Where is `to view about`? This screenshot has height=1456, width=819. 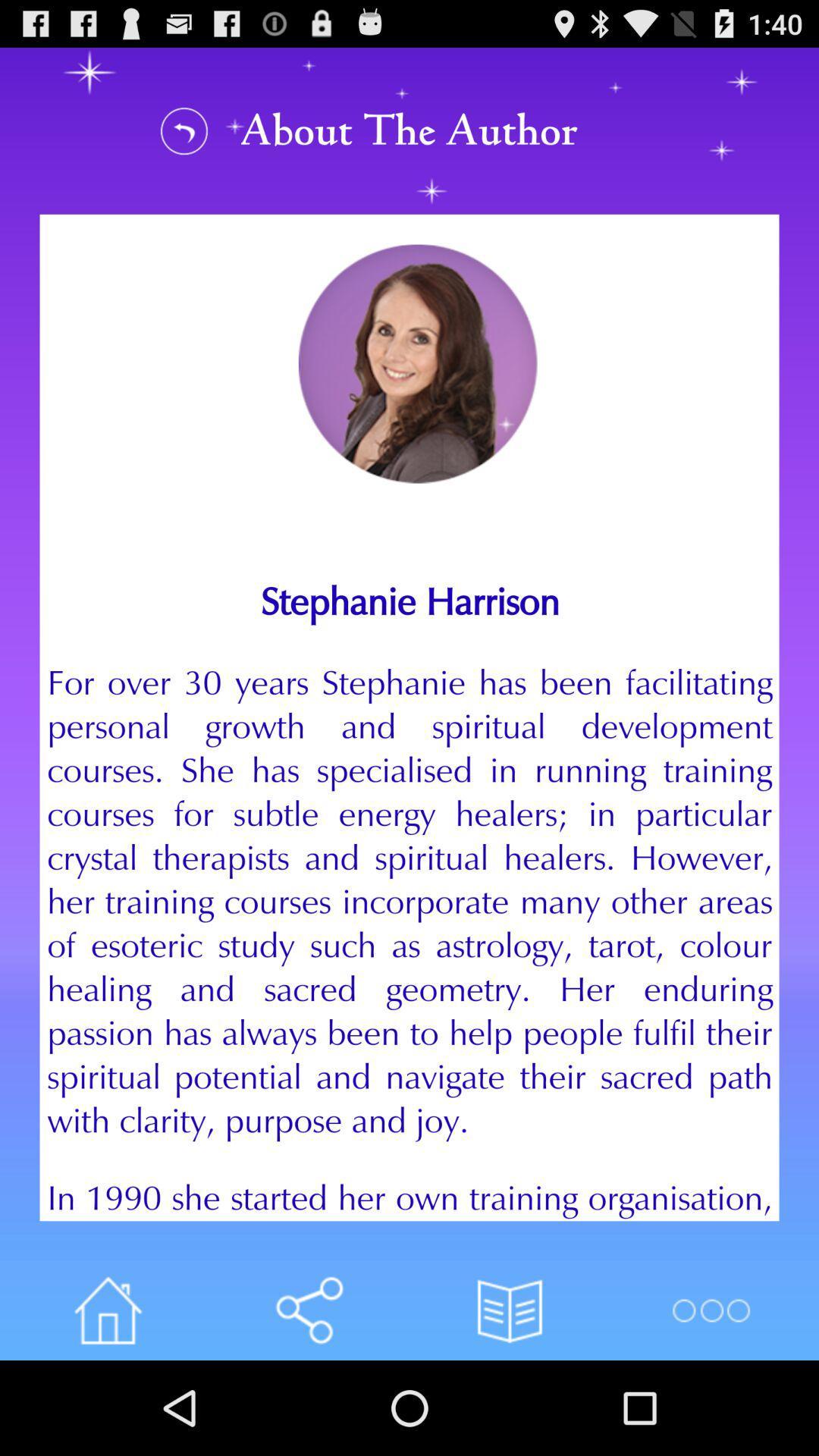
to view about is located at coordinates (184, 130).